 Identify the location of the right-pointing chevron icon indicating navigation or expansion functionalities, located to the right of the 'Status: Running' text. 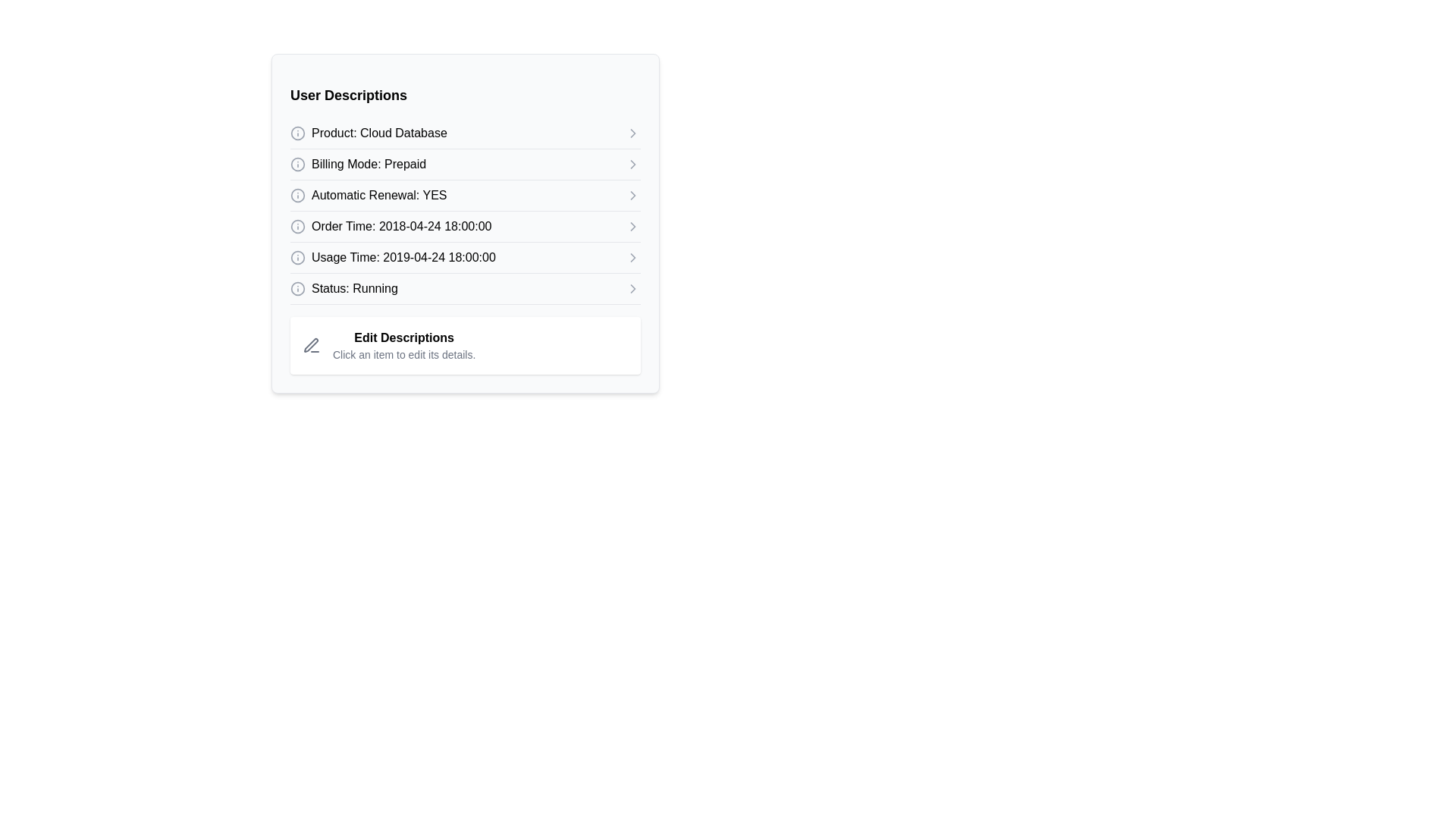
(633, 289).